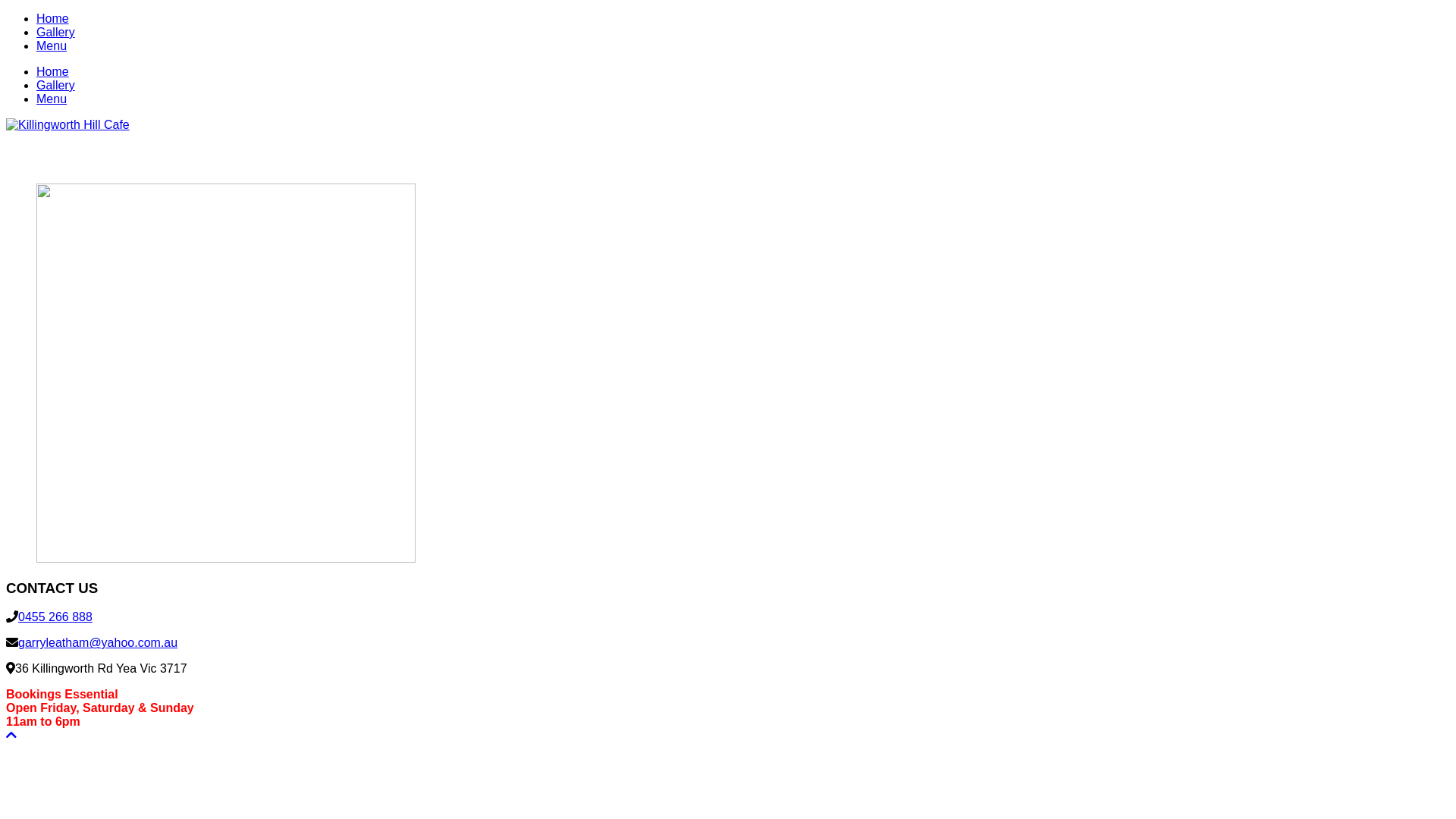  What do you see at coordinates (36, 45) in the screenshot?
I see `'Menu'` at bounding box center [36, 45].